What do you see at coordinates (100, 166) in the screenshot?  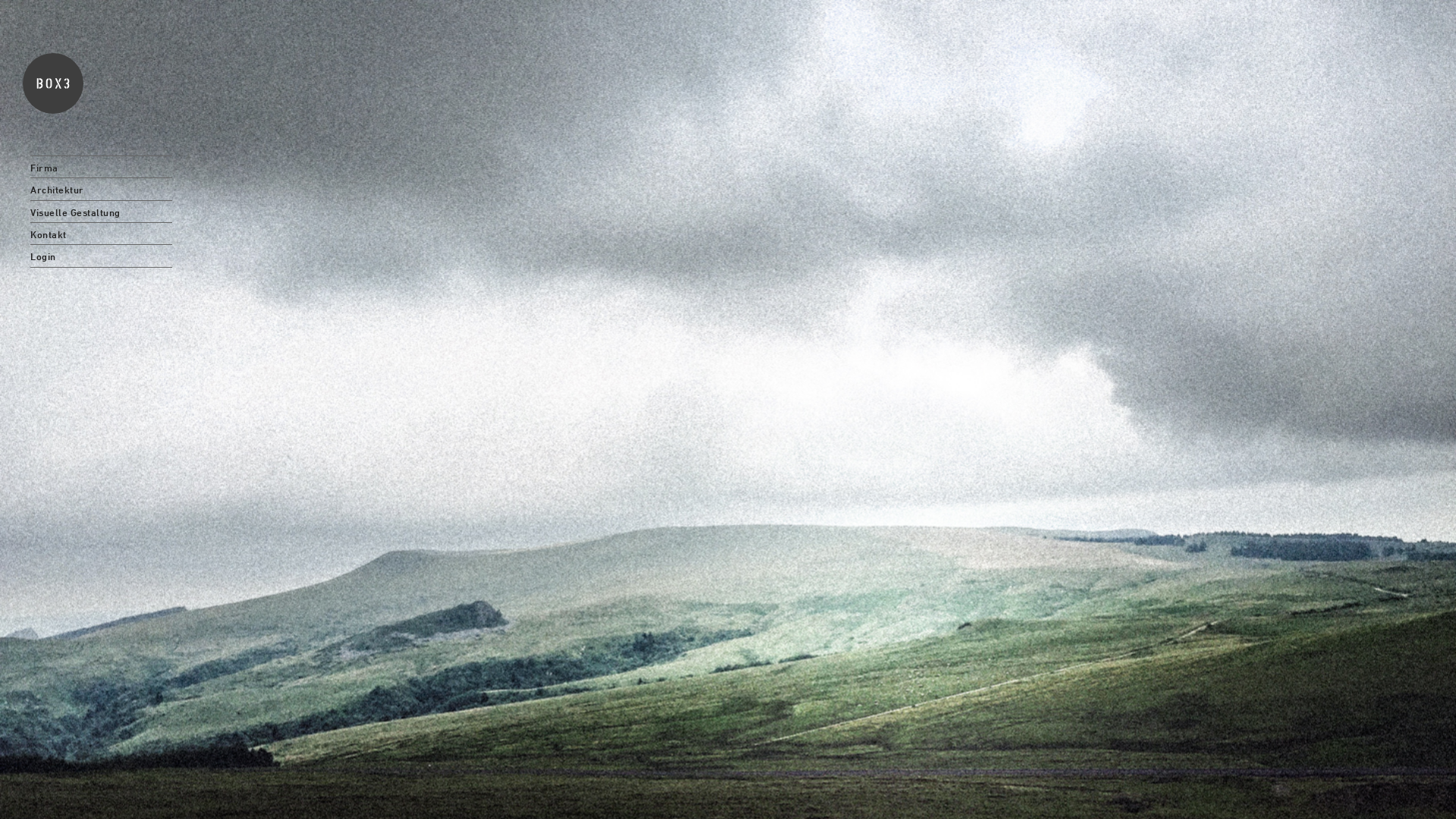 I see `'Firma'` at bounding box center [100, 166].